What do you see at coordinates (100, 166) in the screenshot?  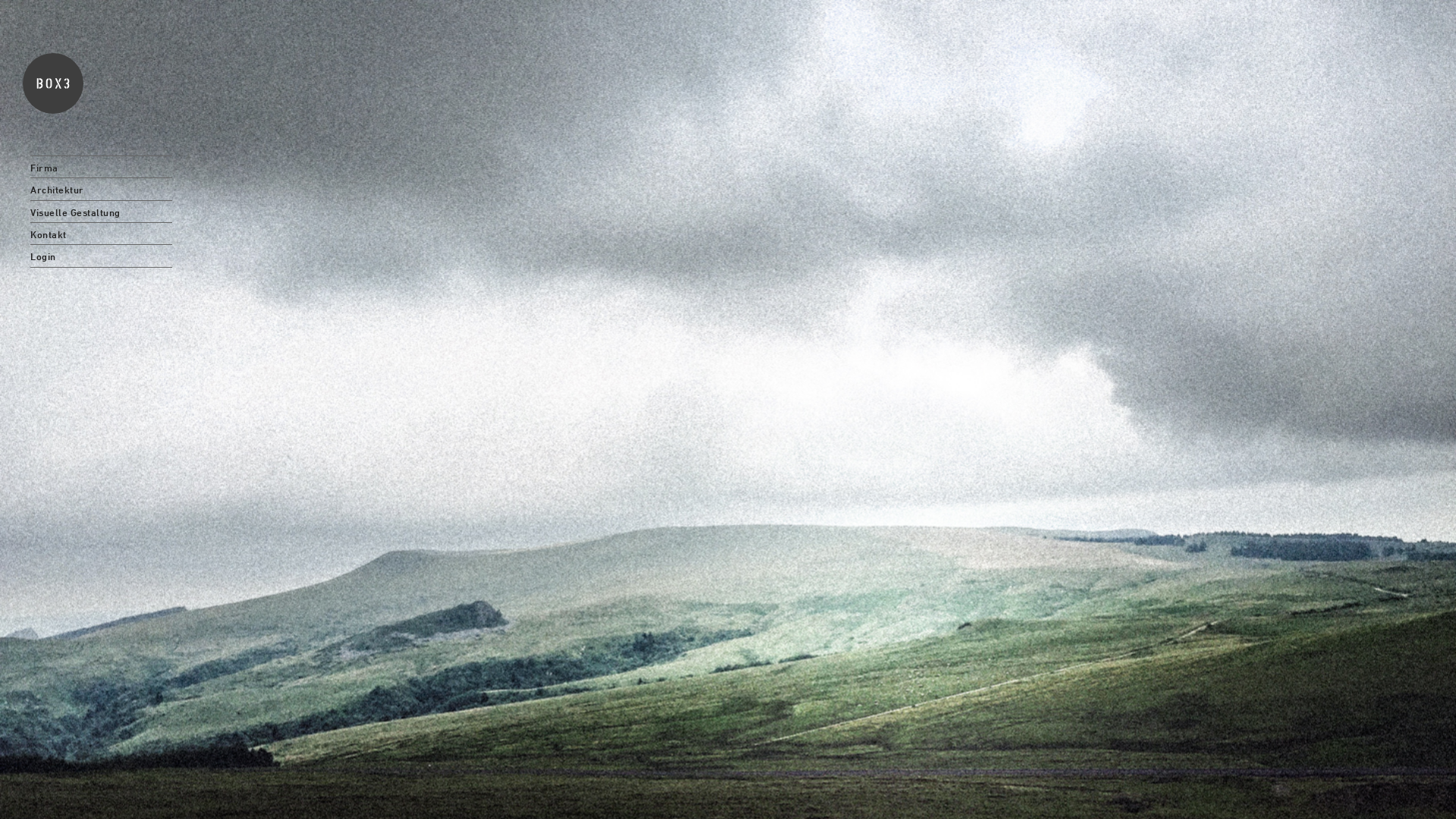 I see `'Firma'` at bounding box center [100, 166].